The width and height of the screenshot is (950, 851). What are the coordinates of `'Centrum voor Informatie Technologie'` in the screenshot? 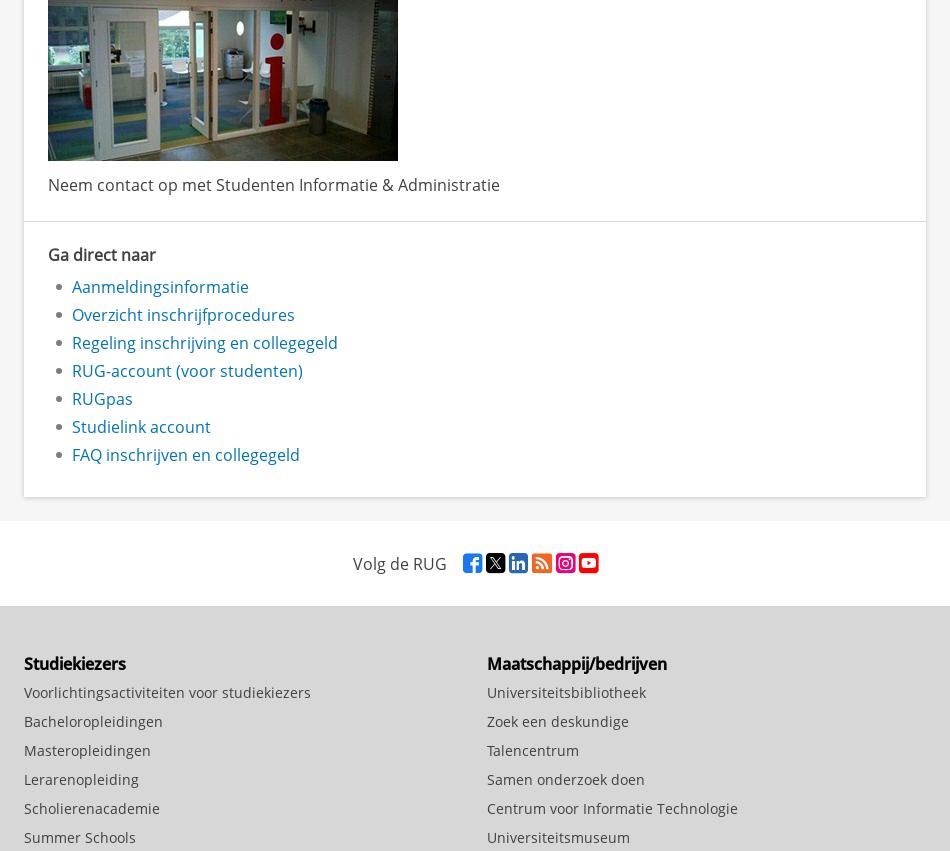 It's located at (612, 806).